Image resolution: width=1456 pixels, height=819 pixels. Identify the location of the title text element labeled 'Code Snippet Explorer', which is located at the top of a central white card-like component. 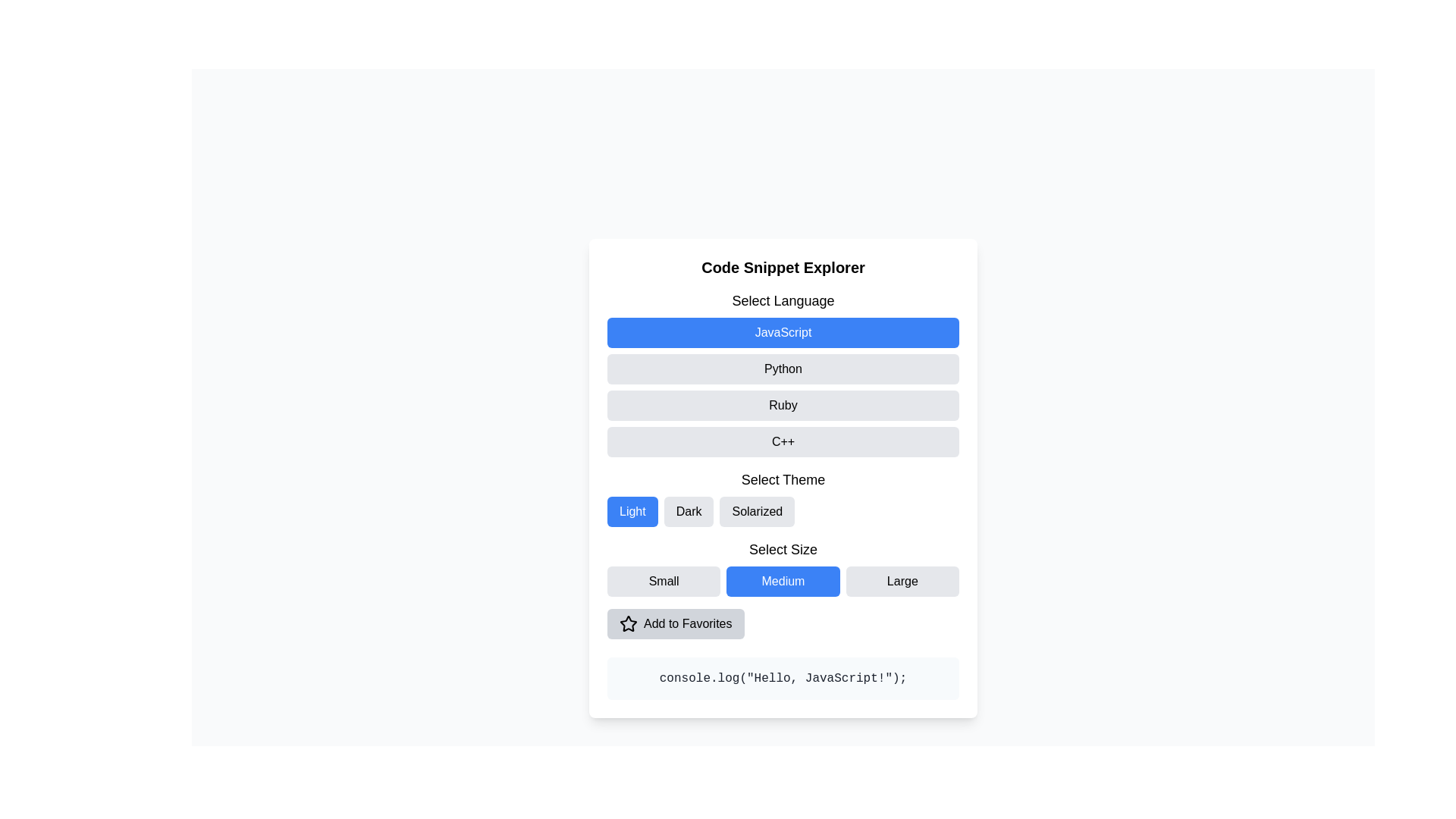
(783, 267).